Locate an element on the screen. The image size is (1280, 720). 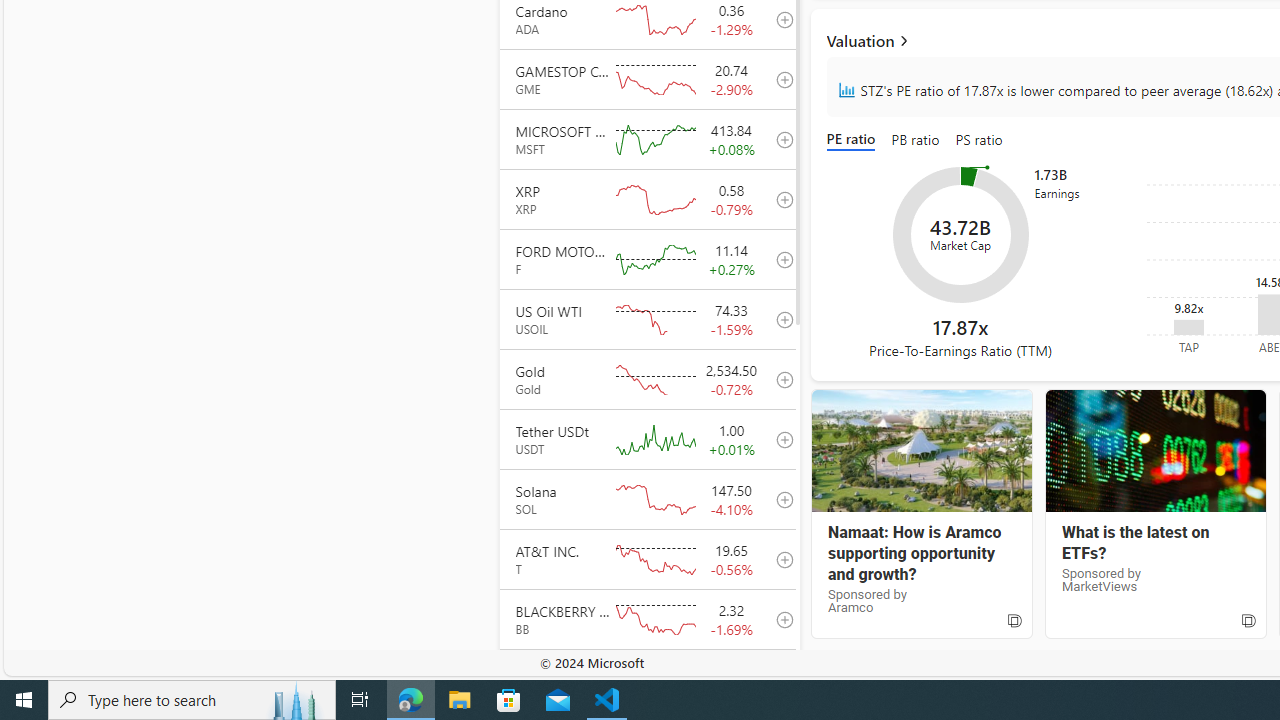
'Class: recharts-surface' is located at coordinates (960, 234).